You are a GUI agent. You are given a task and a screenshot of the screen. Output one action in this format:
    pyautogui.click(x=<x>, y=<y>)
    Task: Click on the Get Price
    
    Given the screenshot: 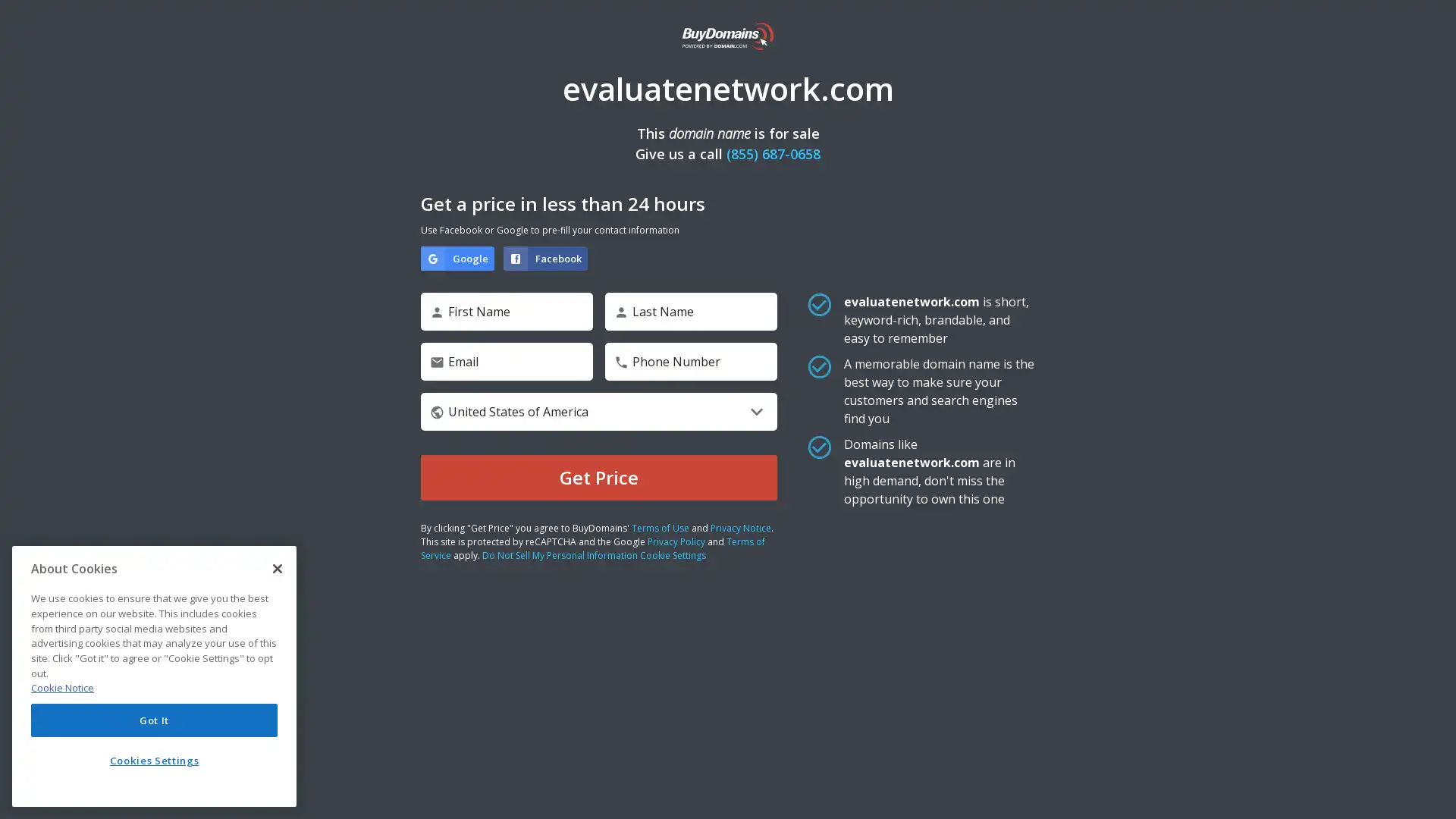 What is the action you would take?
    pyautogui.click(x=598, y=476)
    